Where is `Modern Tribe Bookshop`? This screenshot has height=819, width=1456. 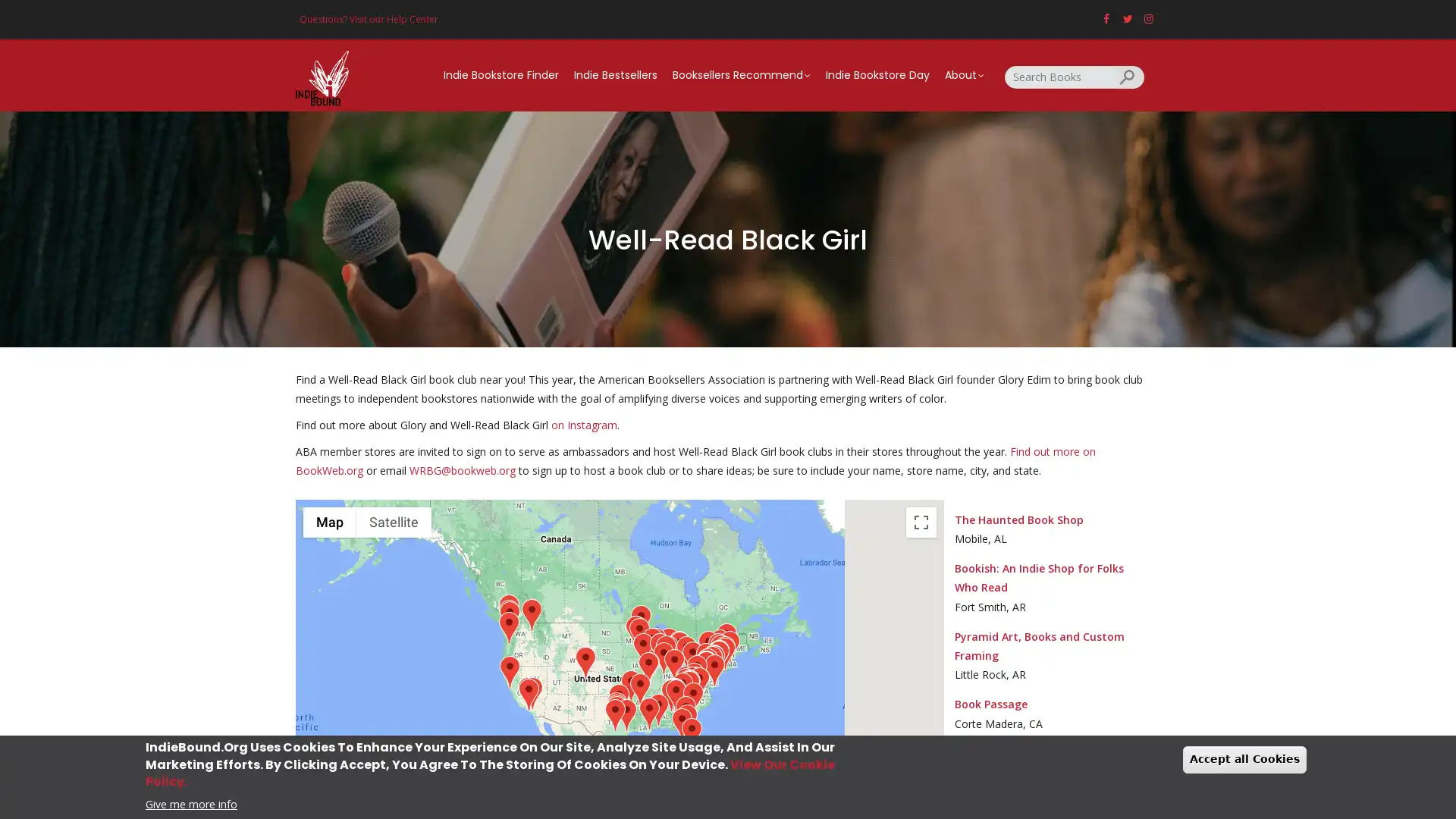 Modern Tribe Bookshop is located at coordinates (616, 708).